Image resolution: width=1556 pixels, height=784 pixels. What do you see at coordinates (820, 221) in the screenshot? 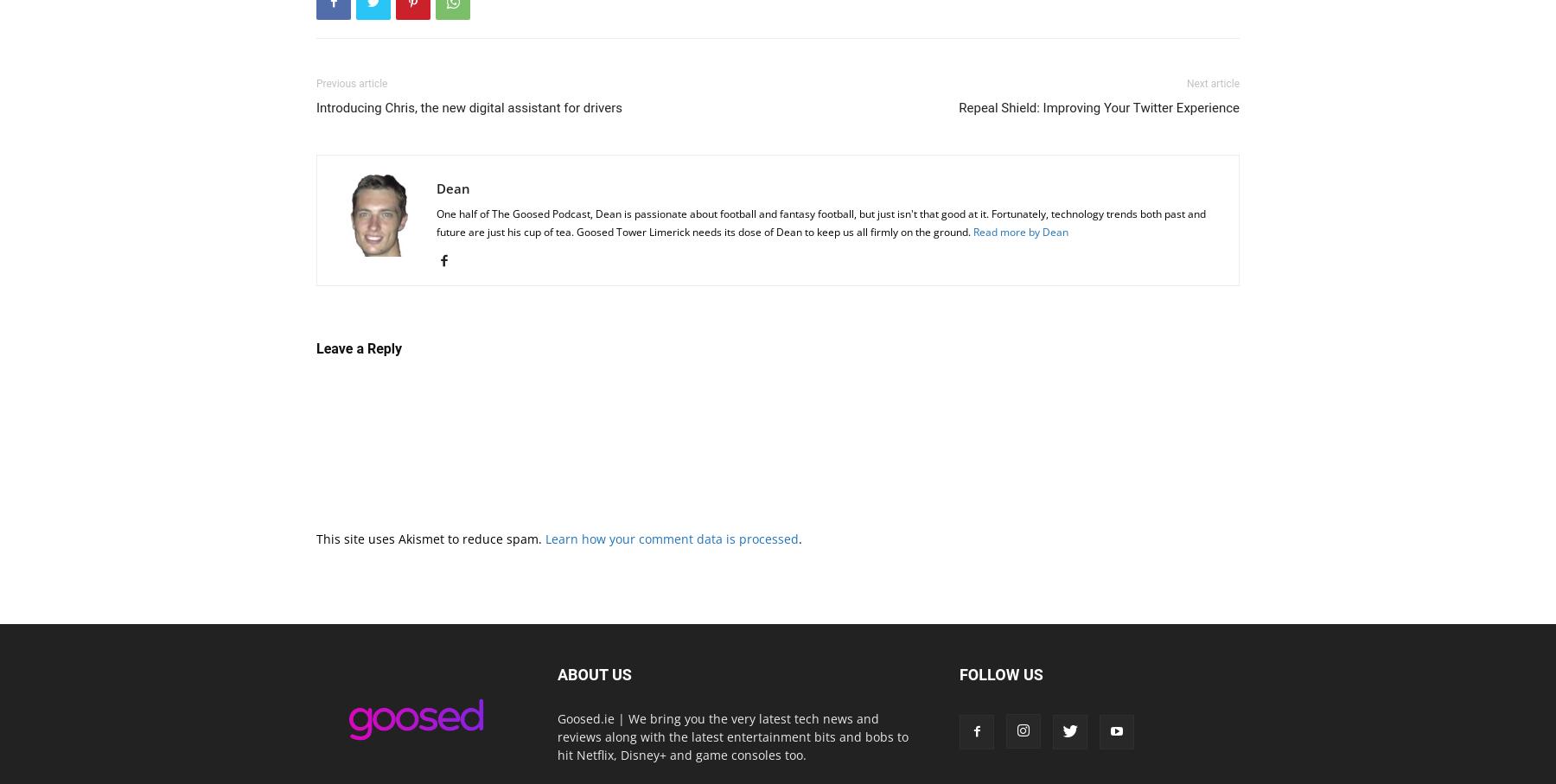
I see `'One half of The Goosed Podcast, Dean is passionate about football and fantasy football, but just isn't that good at it. Fortunately, technology trends both past and future are just his cup of tea. Goosed Tower Limerick needs its dose of Dean to keep us all firmly on the ground.'` at bounding box center [820, 221].